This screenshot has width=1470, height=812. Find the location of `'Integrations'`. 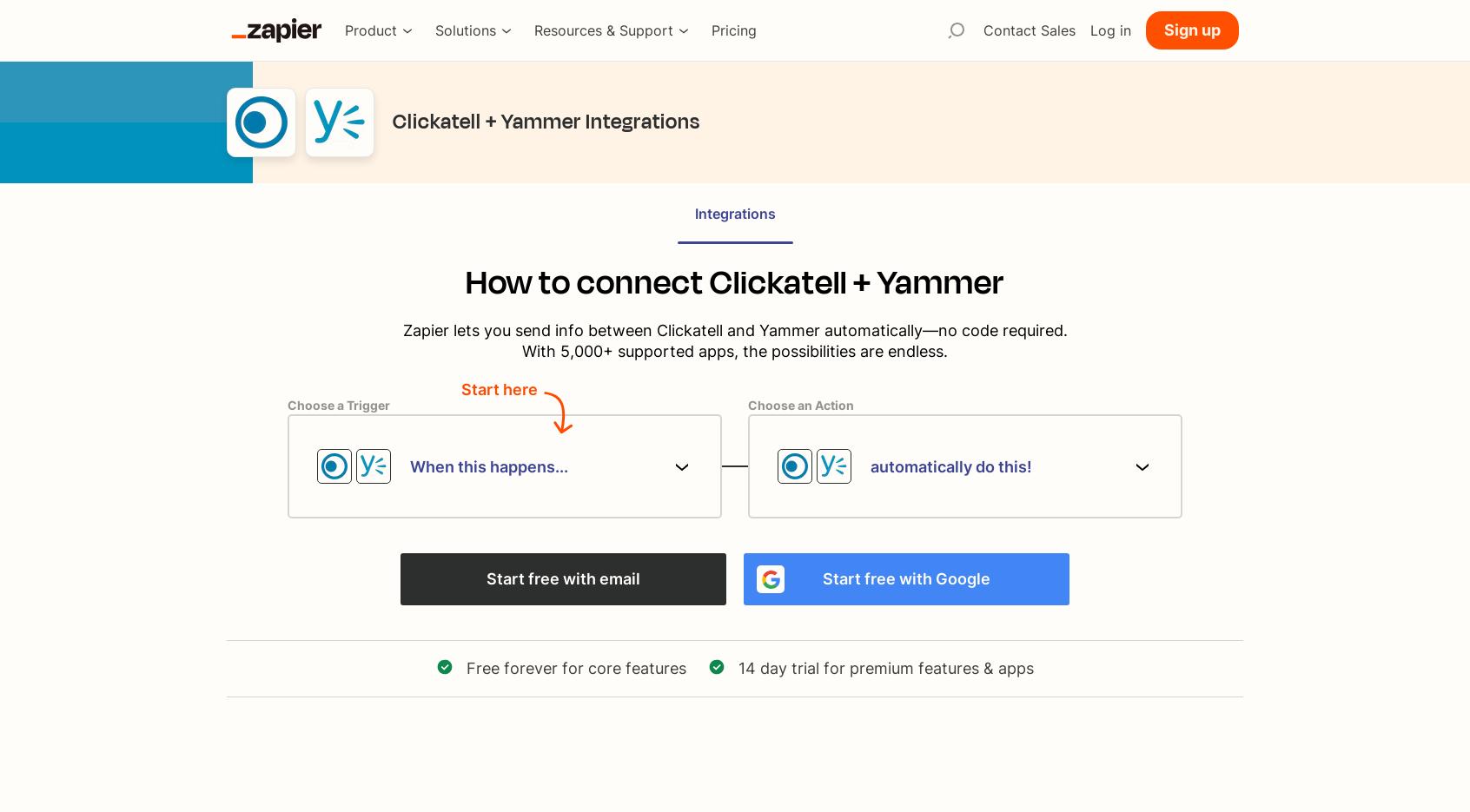

'Integrations' is located at coordinates (734, 212).